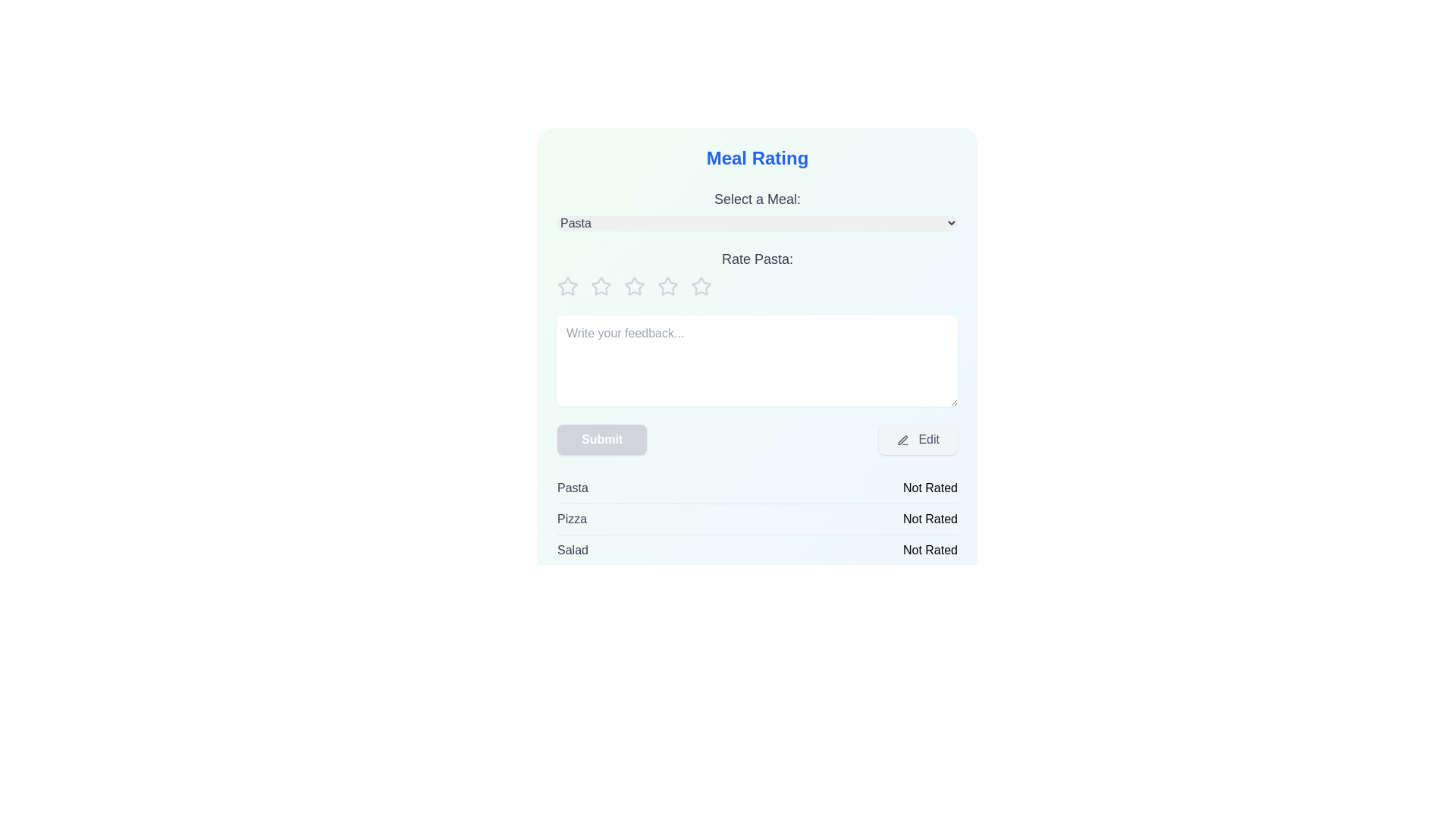 The height and width of the screenshot is (819, 1456). What do you see at coordinates (930, 550) in the screenshot?
I see `the static text label indicating the current rating status for the 'Salad' item, which shows that it has not been rated yet` at bounding box center [930, 550].